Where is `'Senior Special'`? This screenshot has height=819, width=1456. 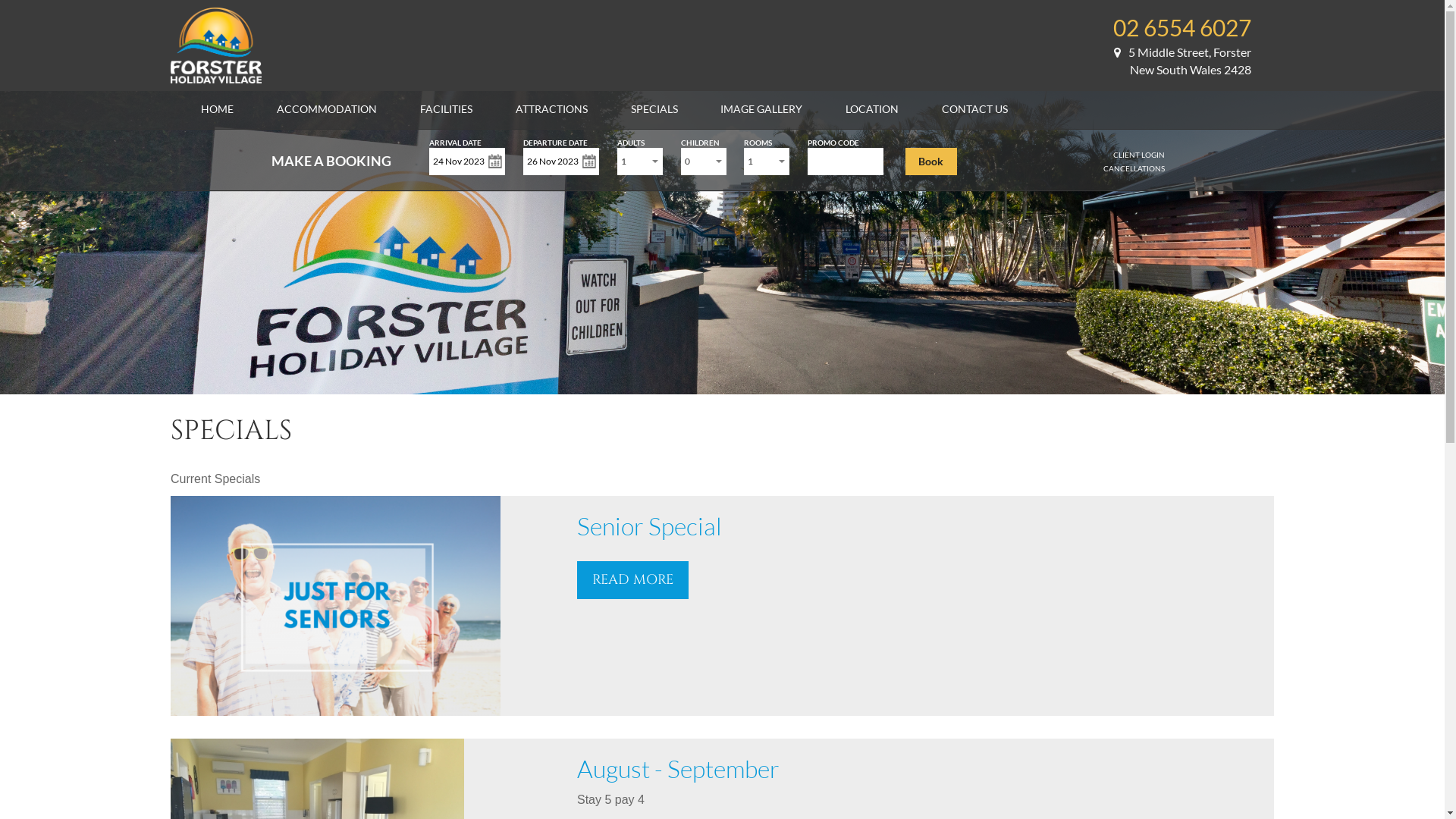 'Senior Special' is located at coordinates (649, 525).